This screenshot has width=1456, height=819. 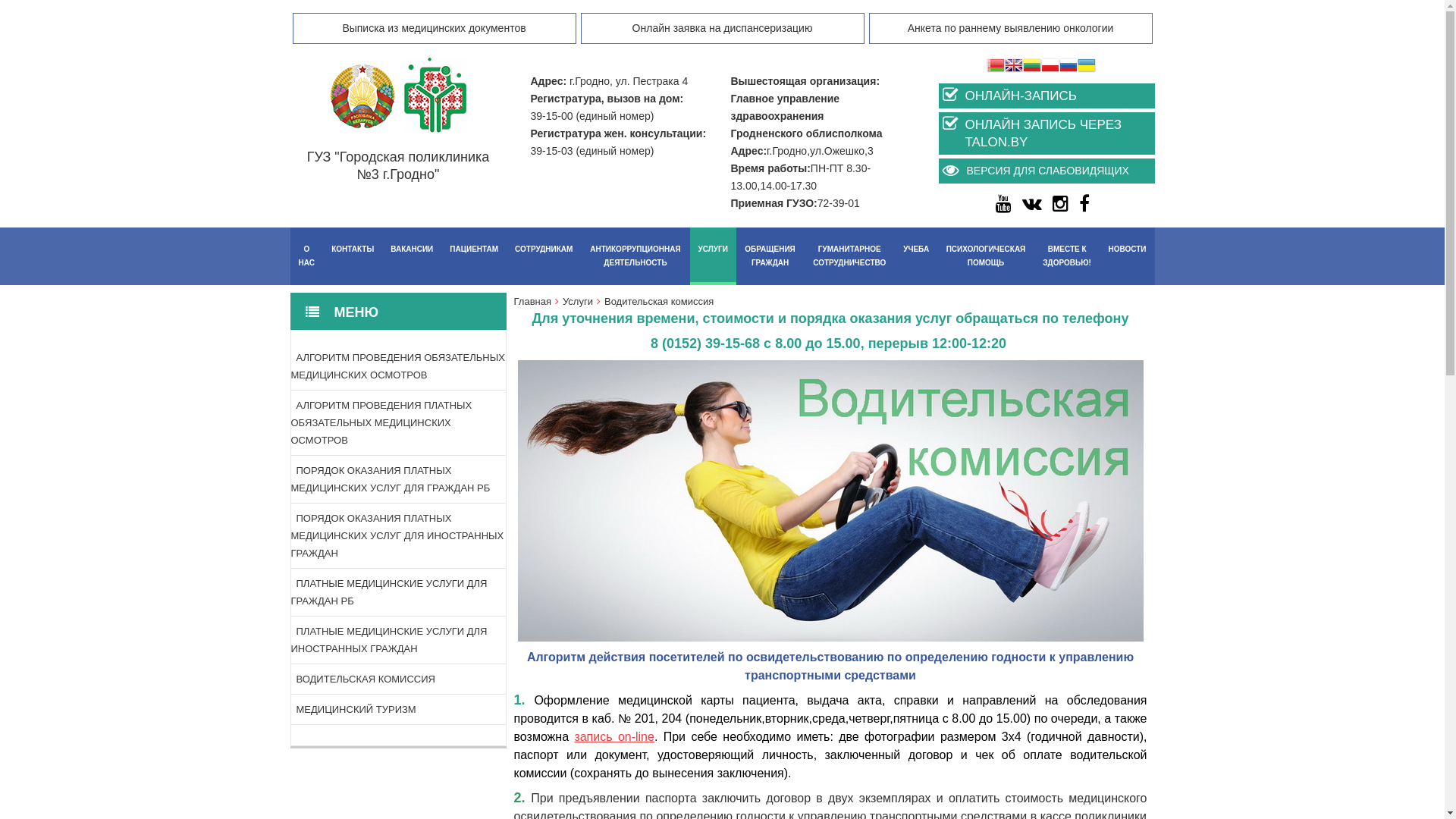 What do you see at coordinates (1048, 66) in the screenshot?
I see `'Polish'` at bounding box center [1048, 66].